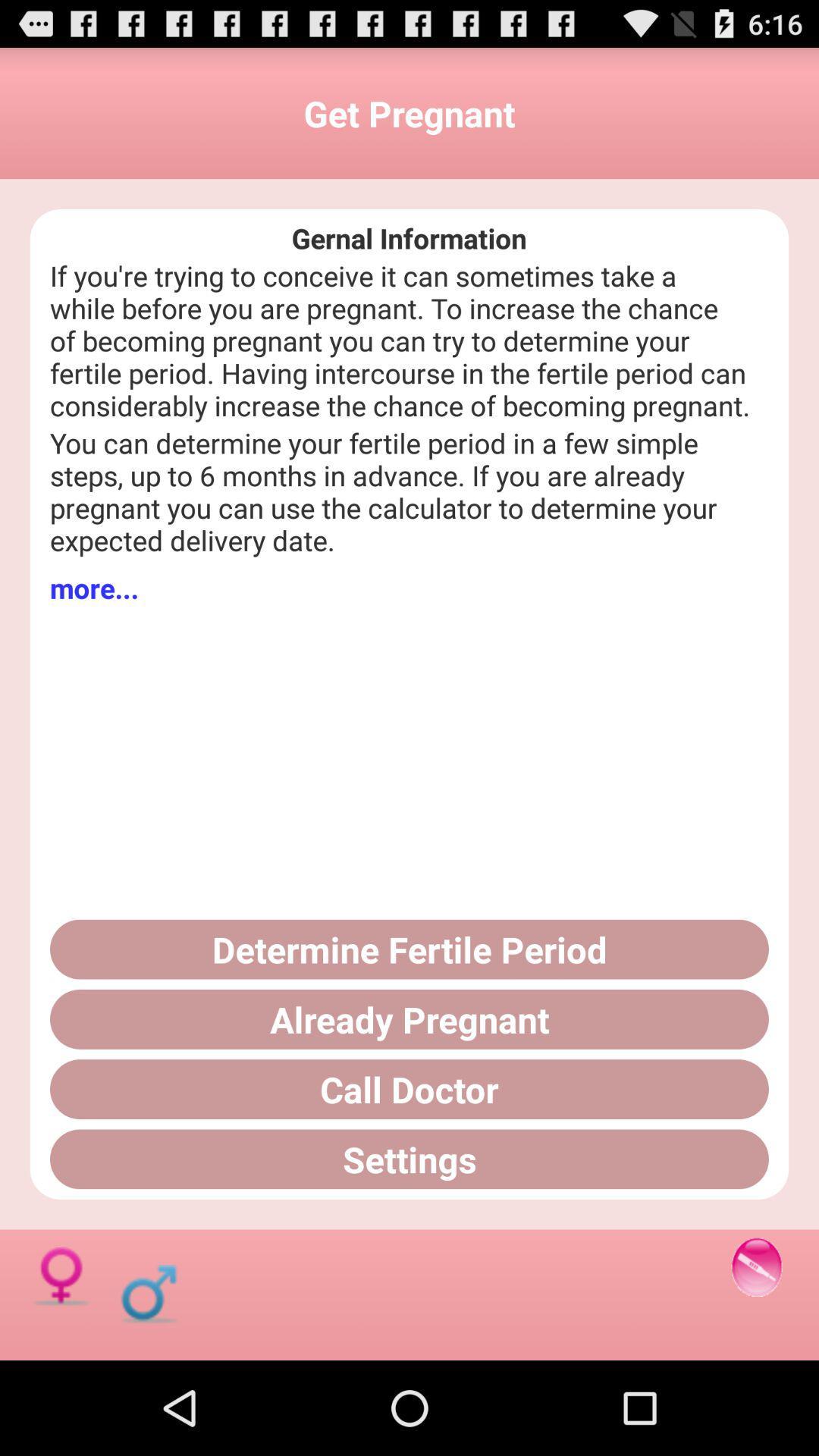 The height and width of the screenshot is (1456, 819). I want to click on settings item, so click(409, 1158).